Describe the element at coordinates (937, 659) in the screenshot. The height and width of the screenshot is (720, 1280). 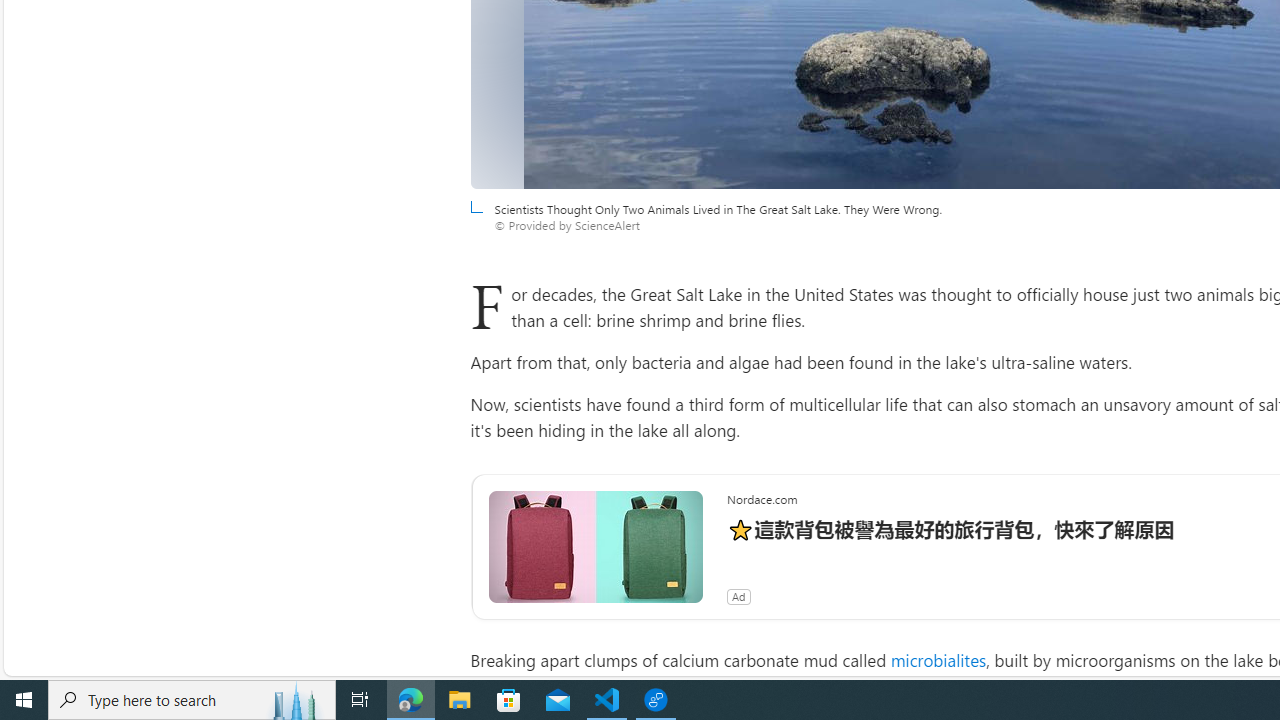
I see `'microbialites'` at that location.